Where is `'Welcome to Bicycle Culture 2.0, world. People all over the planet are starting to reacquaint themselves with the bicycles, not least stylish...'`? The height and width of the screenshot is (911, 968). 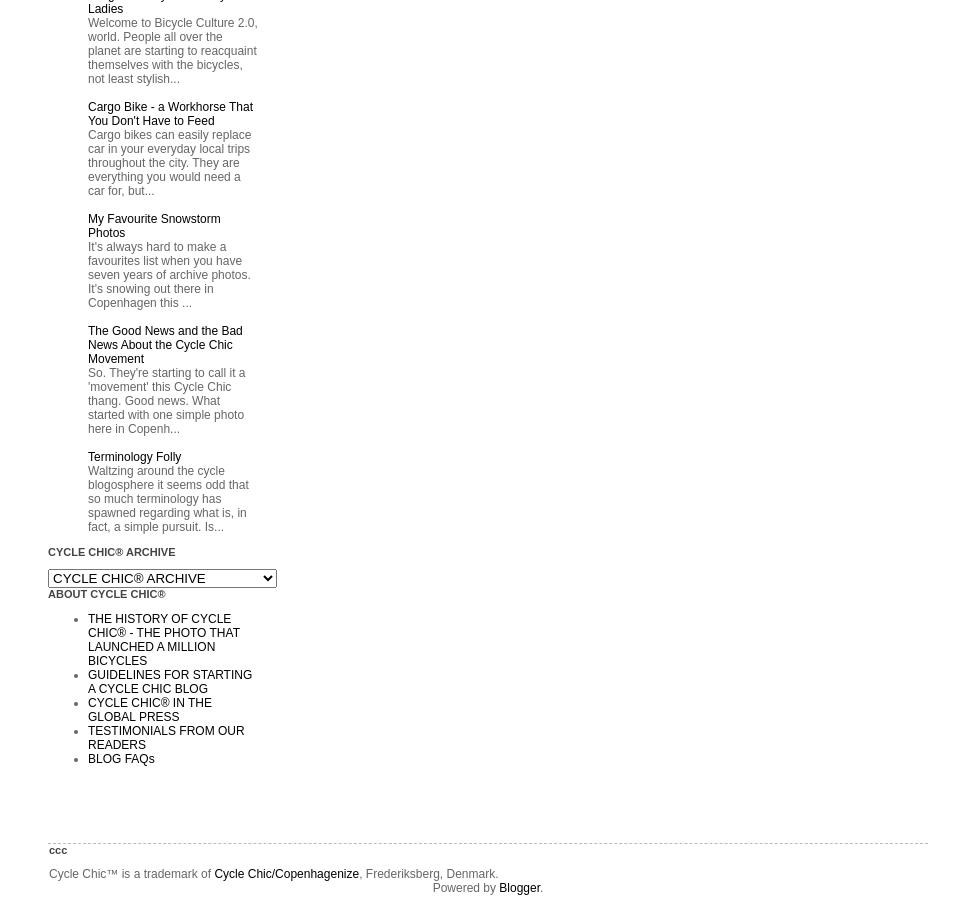
'Welcome to Bicycle Culture 2.0, world. People all over the planet are starting to reacquaint themselves with the bicycles, not least stylish...' is located at coordinates (172, 50).